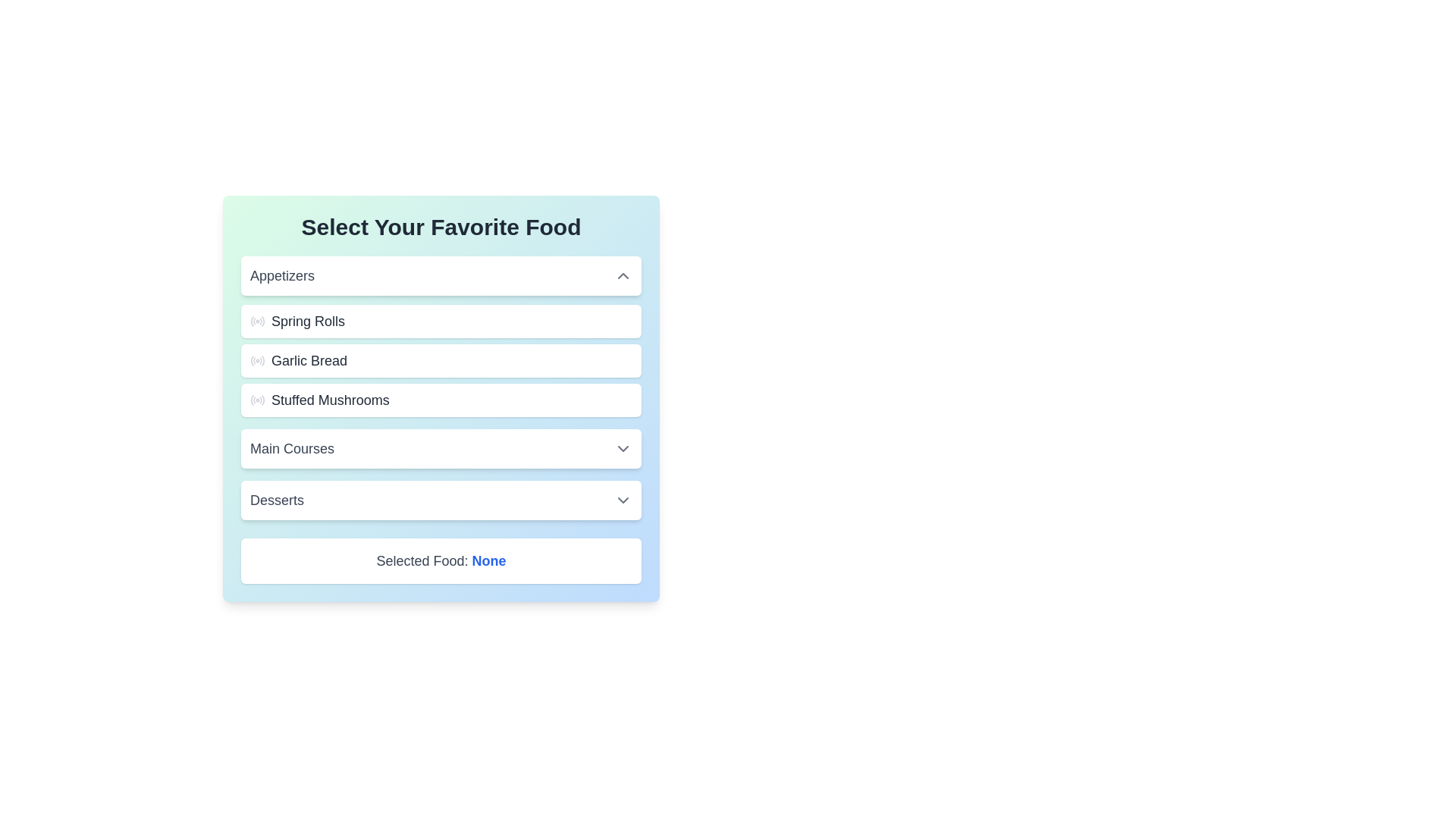 The height and width of the screenshot is (819, 1456). What do you see at coordinates (258, 400) in the screenshot?
I see `the unselected radio button for the item 'Stuffed Mushrooms'` at bounding box center [258, 400].